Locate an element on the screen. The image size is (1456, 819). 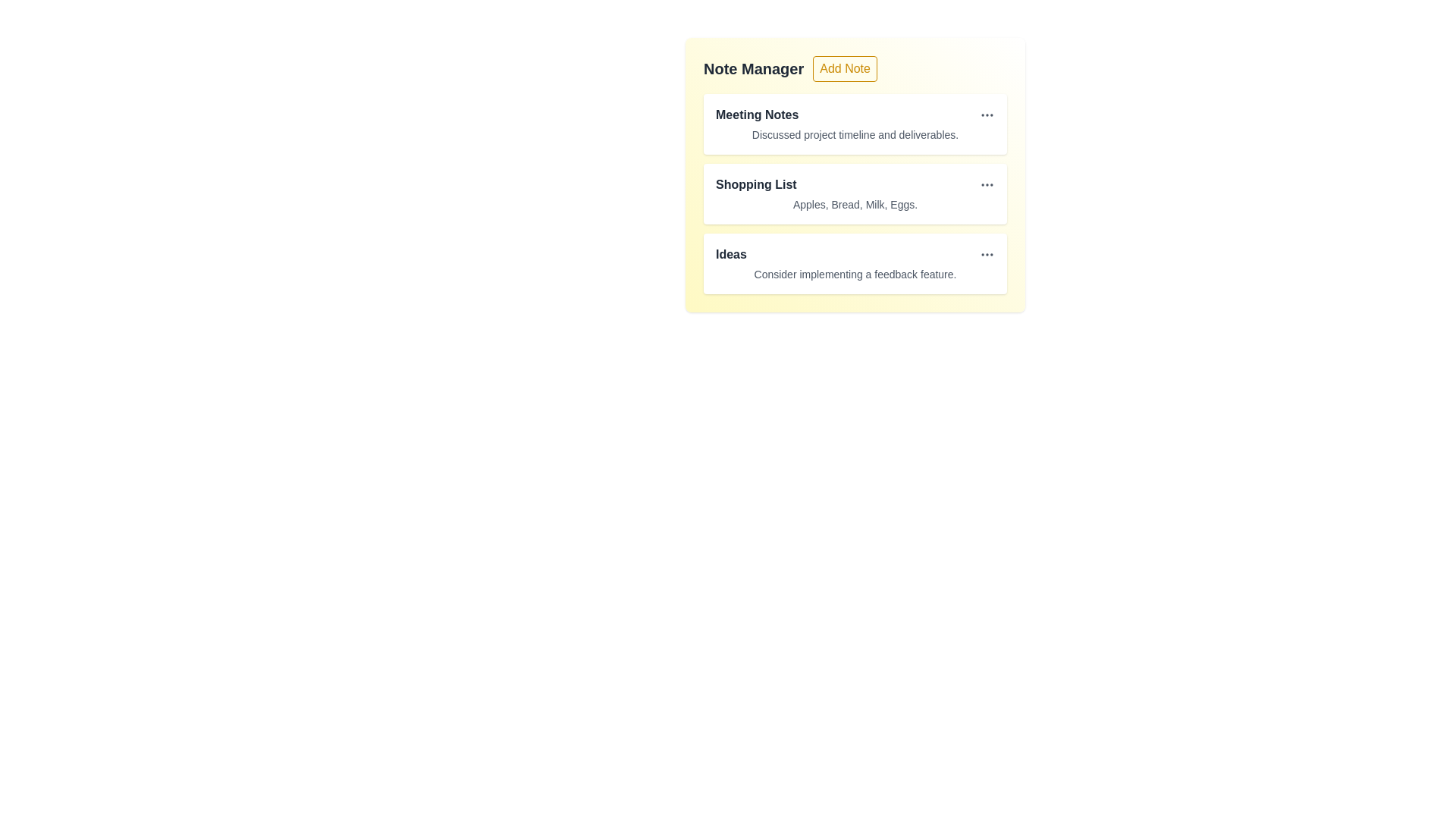
the 'MoreHorizontal' icon next to the note titled 'Ideas' is located at coordinates (987, 253).